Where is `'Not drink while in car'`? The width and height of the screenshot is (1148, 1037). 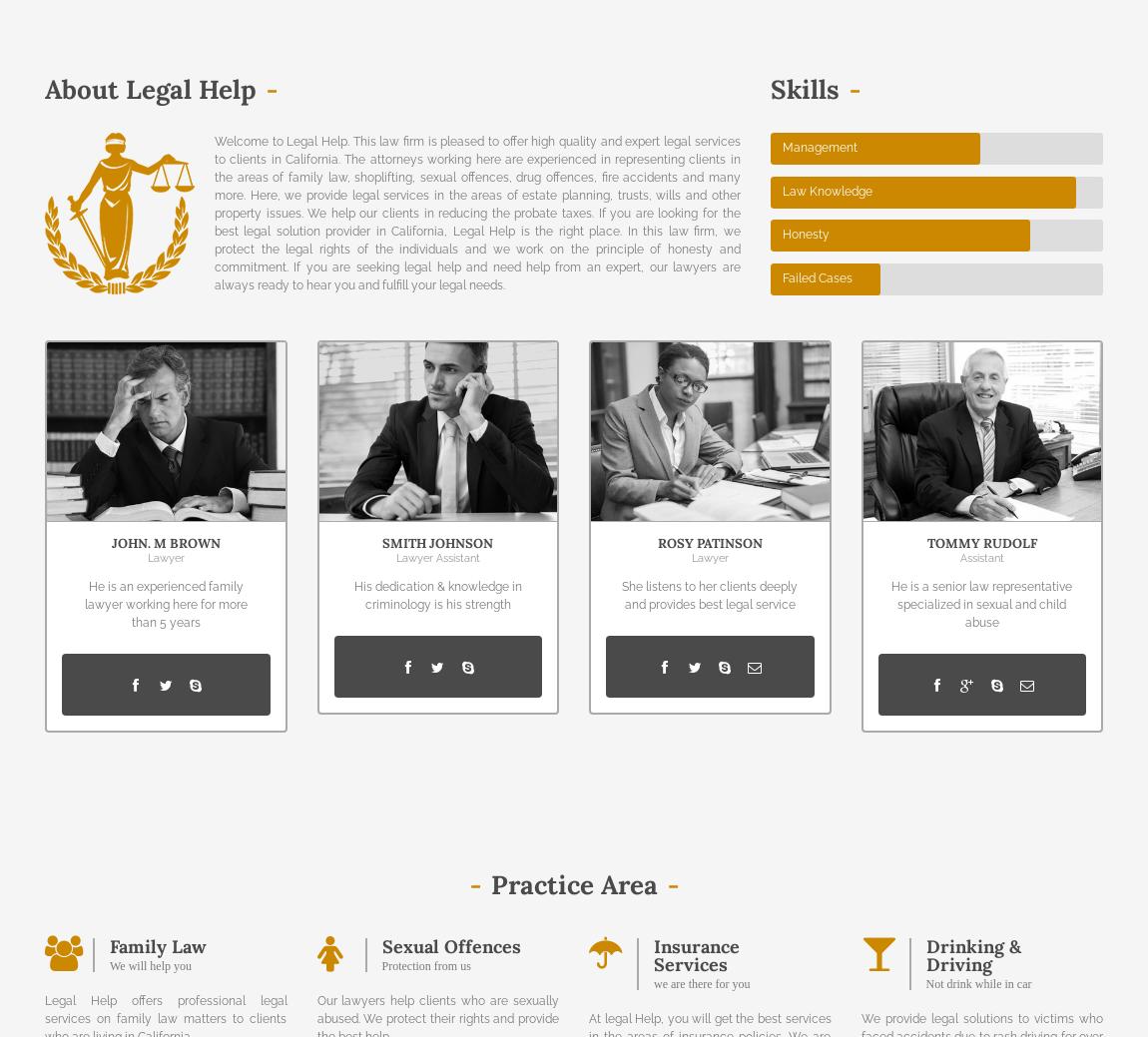 'Not drink while in car' is located at coordinates (978, 982).